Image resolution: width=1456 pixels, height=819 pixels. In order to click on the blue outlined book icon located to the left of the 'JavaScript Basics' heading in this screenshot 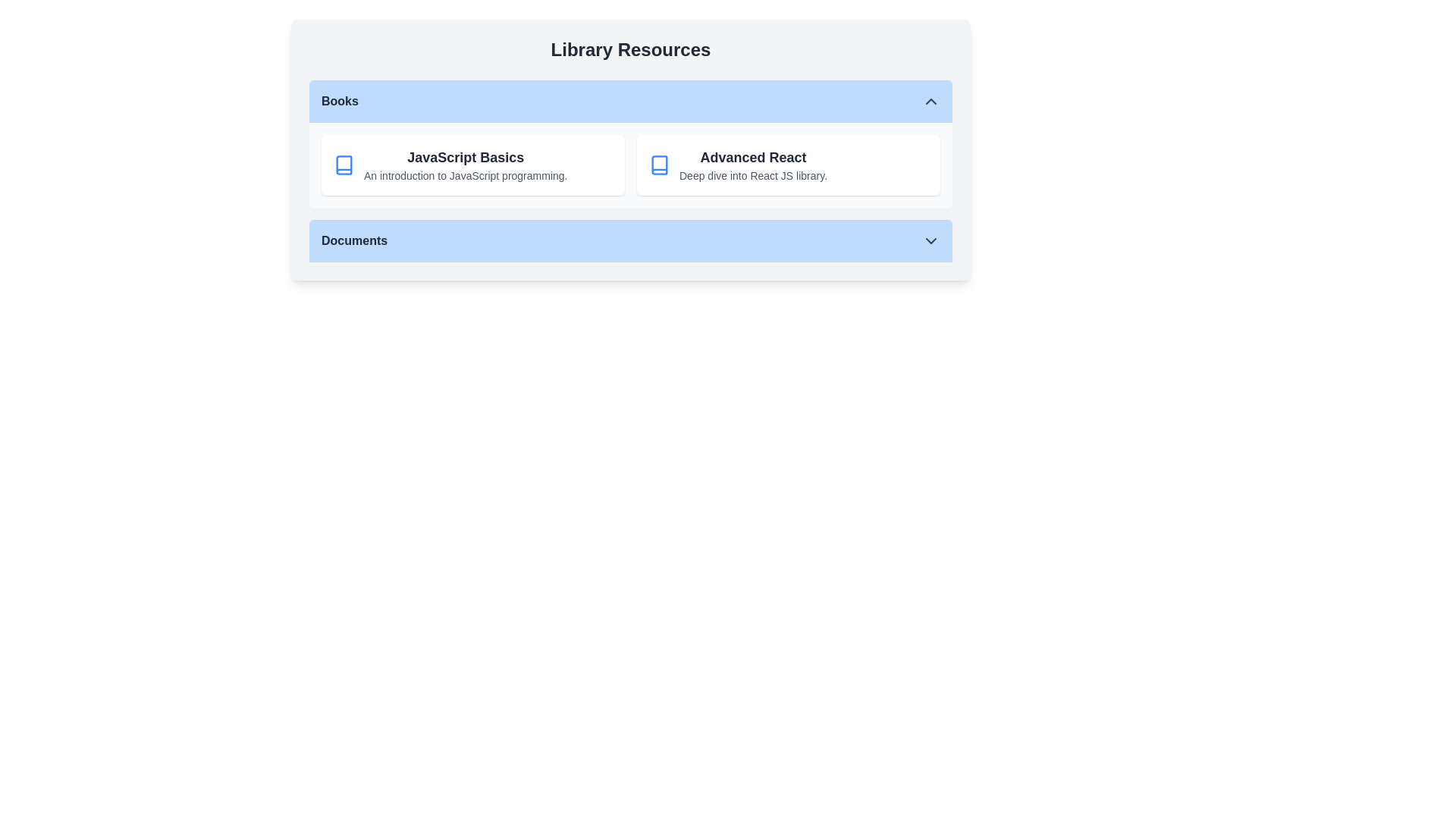, I will do `click(344, 165)`.